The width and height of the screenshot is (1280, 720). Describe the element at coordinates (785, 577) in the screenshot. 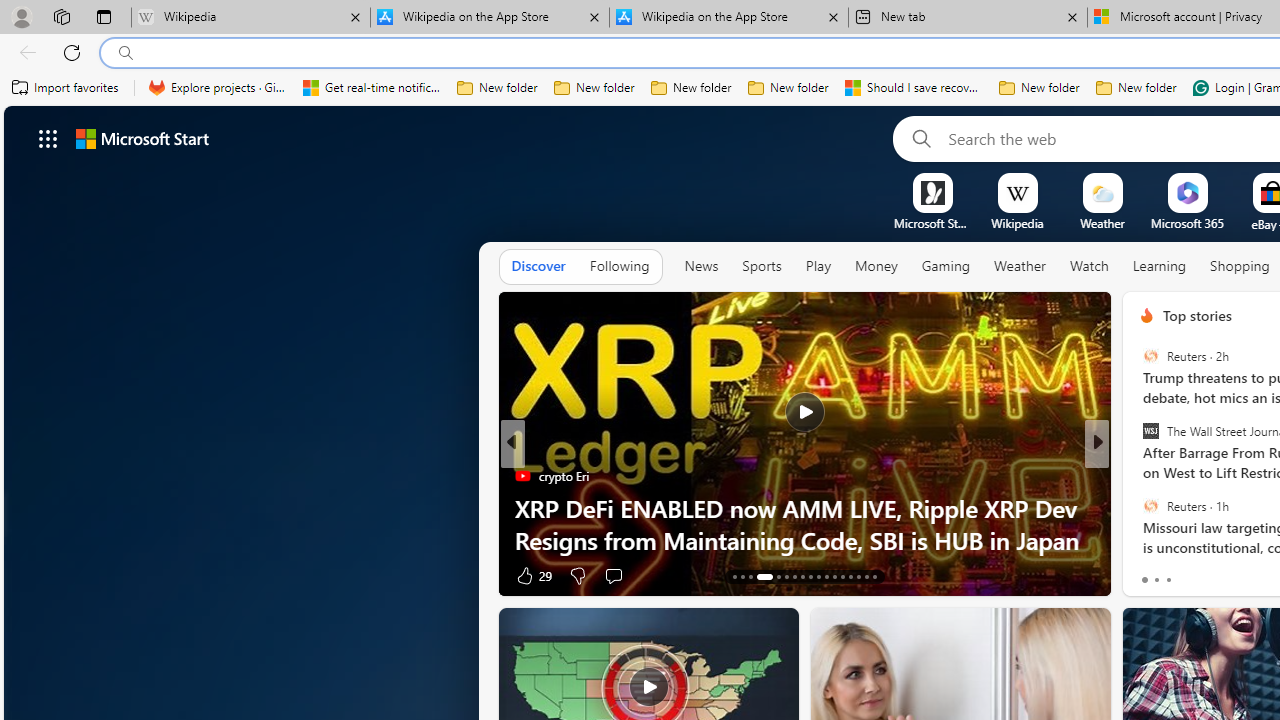

I see `'AutomationID: tab-18'` at that location.